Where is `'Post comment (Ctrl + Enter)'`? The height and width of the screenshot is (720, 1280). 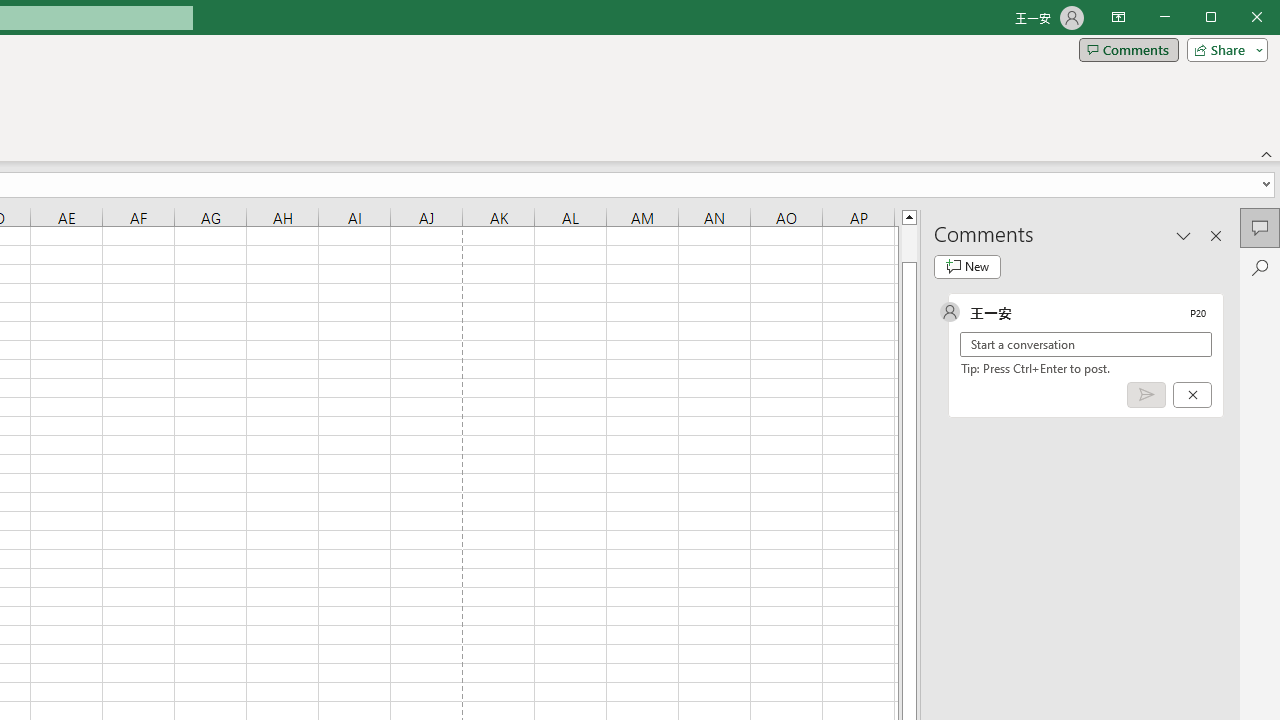
'Post comment (Ctrl + Enter)' is located at coordinates (1146, 395).